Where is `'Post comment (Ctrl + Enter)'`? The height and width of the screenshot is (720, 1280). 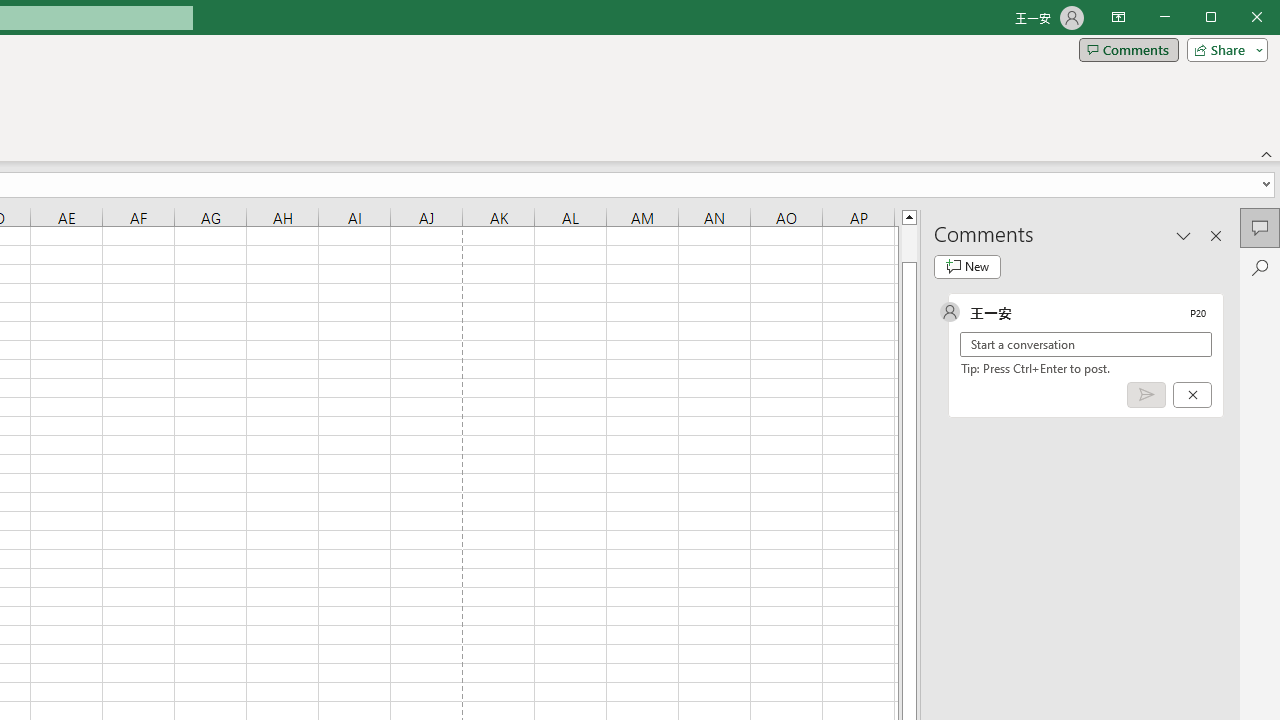
'Post comment (Ctrl + Enter)' is located at coordinates (1146, 395).